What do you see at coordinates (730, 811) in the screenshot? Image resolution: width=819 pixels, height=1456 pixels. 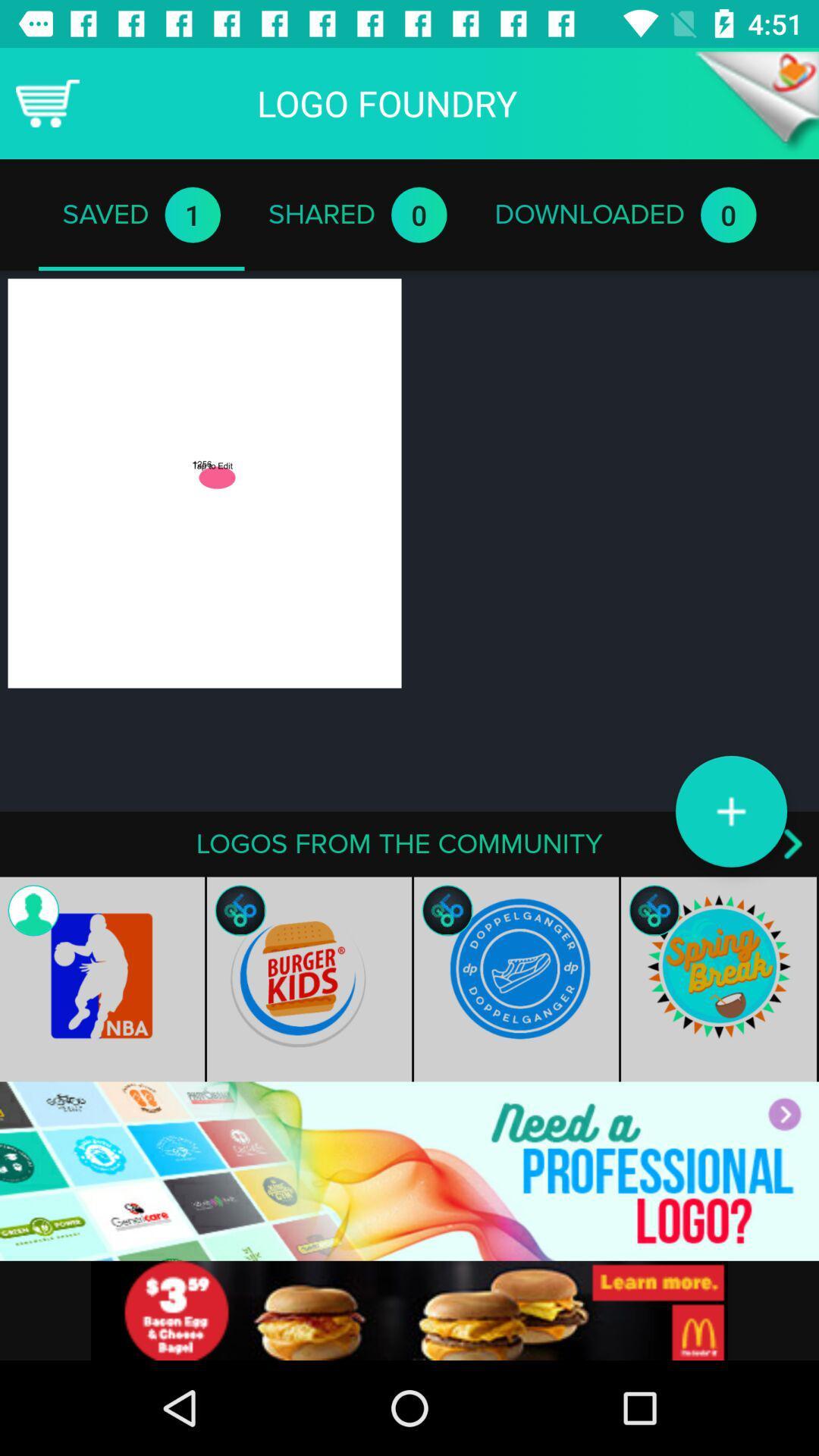 I see `logo` at bounding box center [730, 811].